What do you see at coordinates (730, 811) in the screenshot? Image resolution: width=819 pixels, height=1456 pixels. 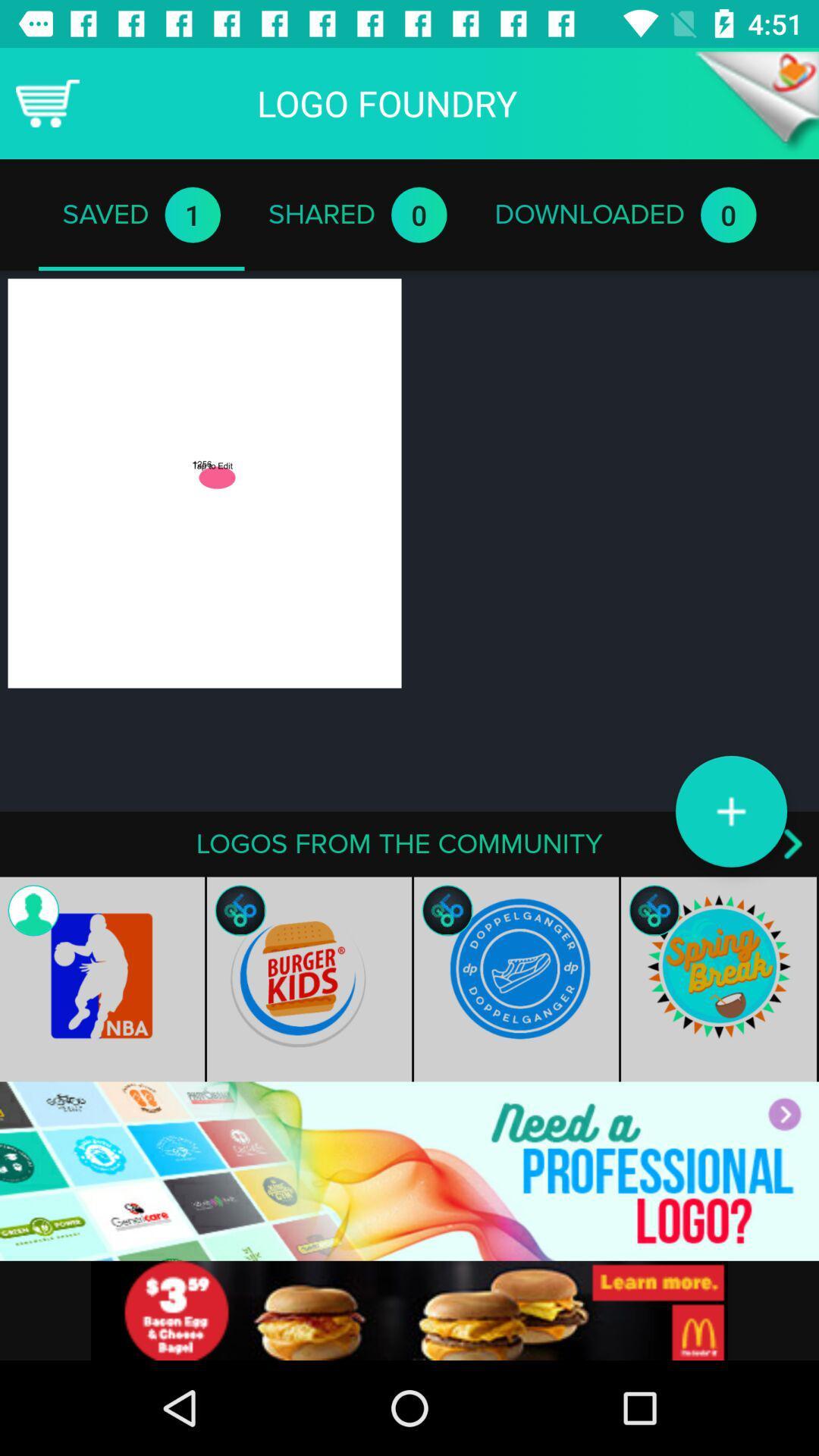 I see `logo` at bounding box center [730, 811].